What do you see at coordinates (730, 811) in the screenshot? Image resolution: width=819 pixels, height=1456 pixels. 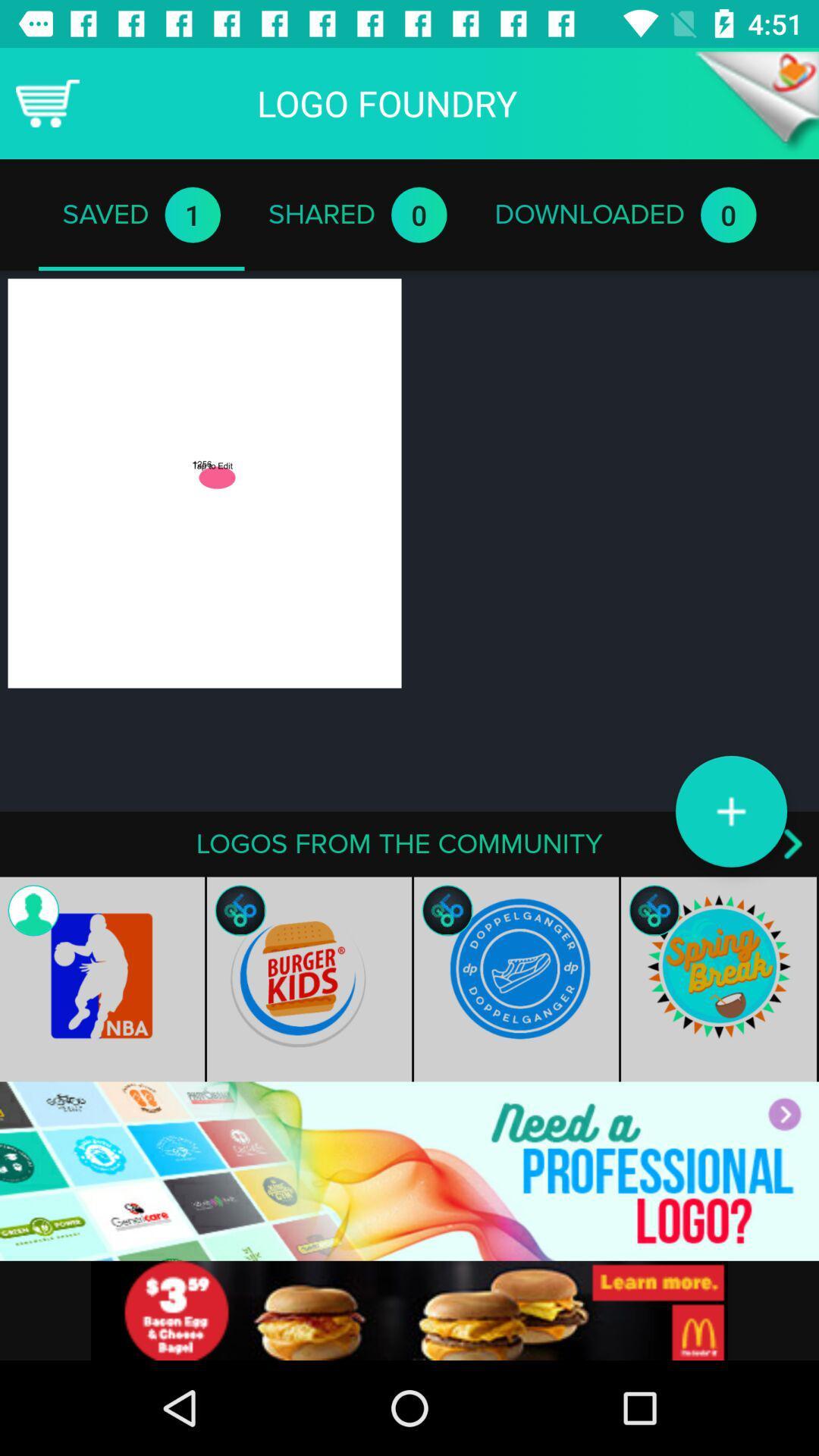 I see `logo` at bounding box center [730, 811].